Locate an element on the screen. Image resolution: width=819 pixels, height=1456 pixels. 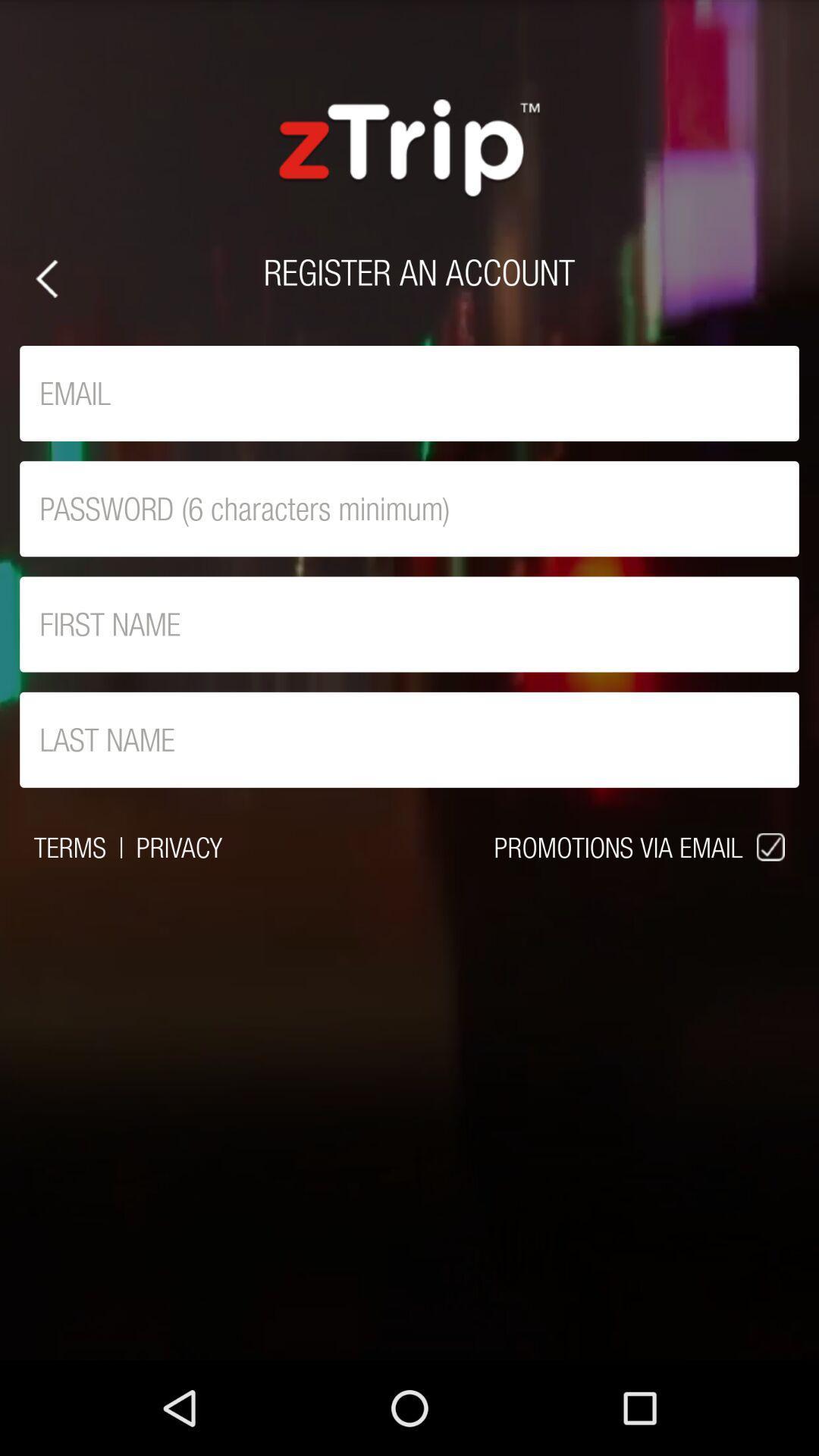
the item to the right of | icon is located at coordinates (178, 846).